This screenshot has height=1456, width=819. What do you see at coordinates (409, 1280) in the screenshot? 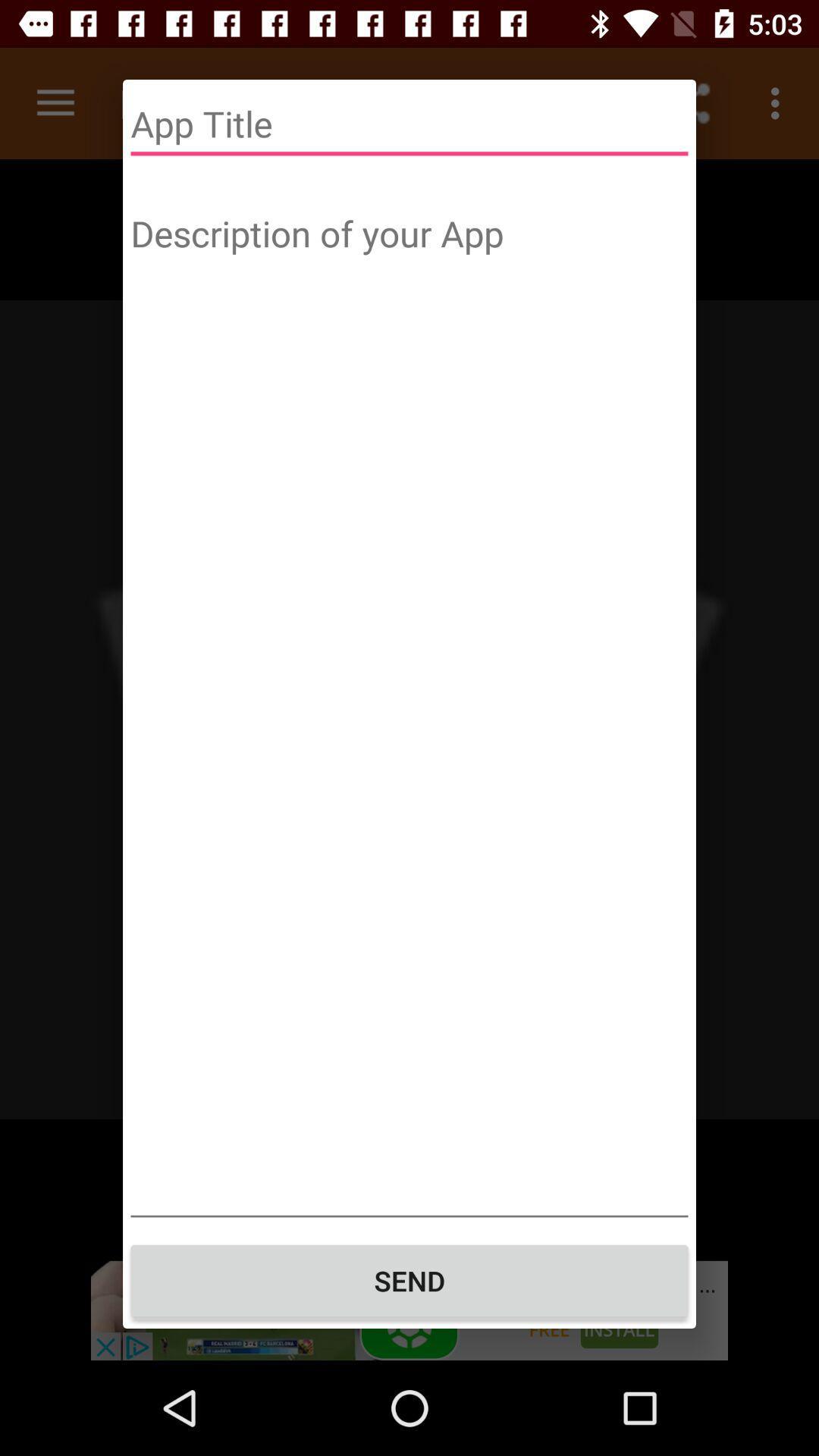
I see `the send icon` at bounding box center [409, 1280].